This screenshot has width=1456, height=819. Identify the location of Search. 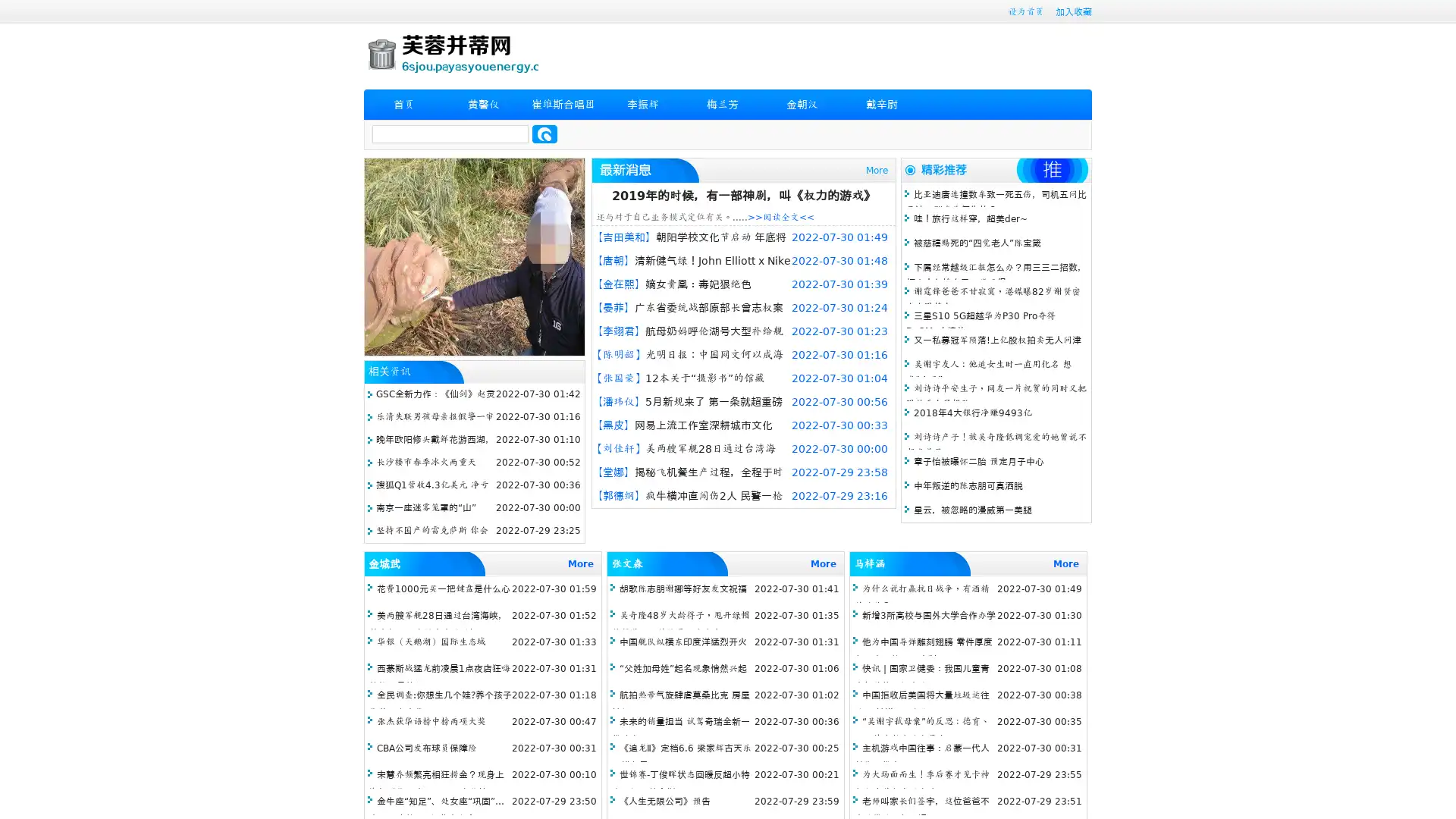
(544, 133).